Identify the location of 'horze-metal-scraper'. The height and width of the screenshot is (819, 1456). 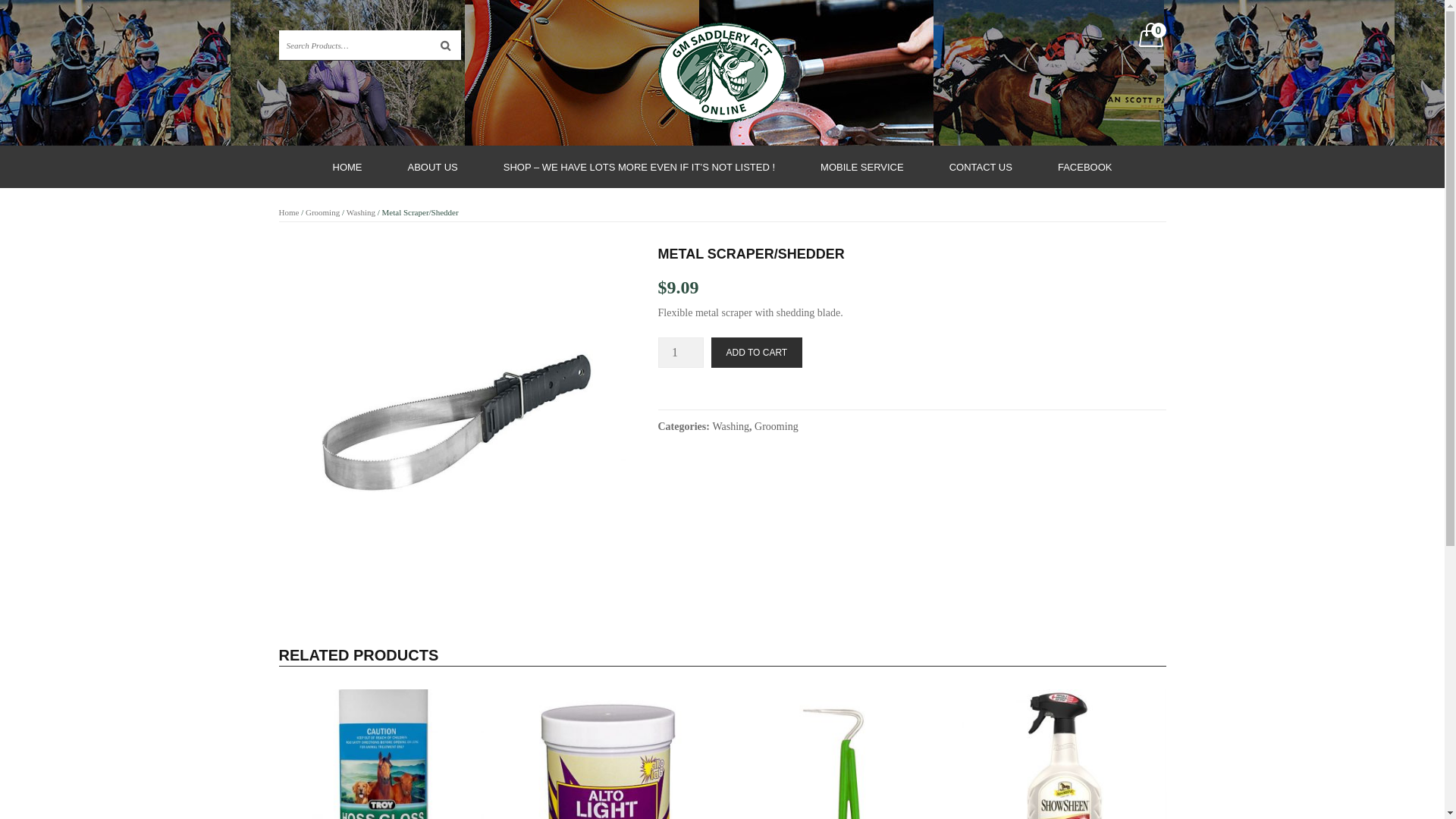
(457, 423).